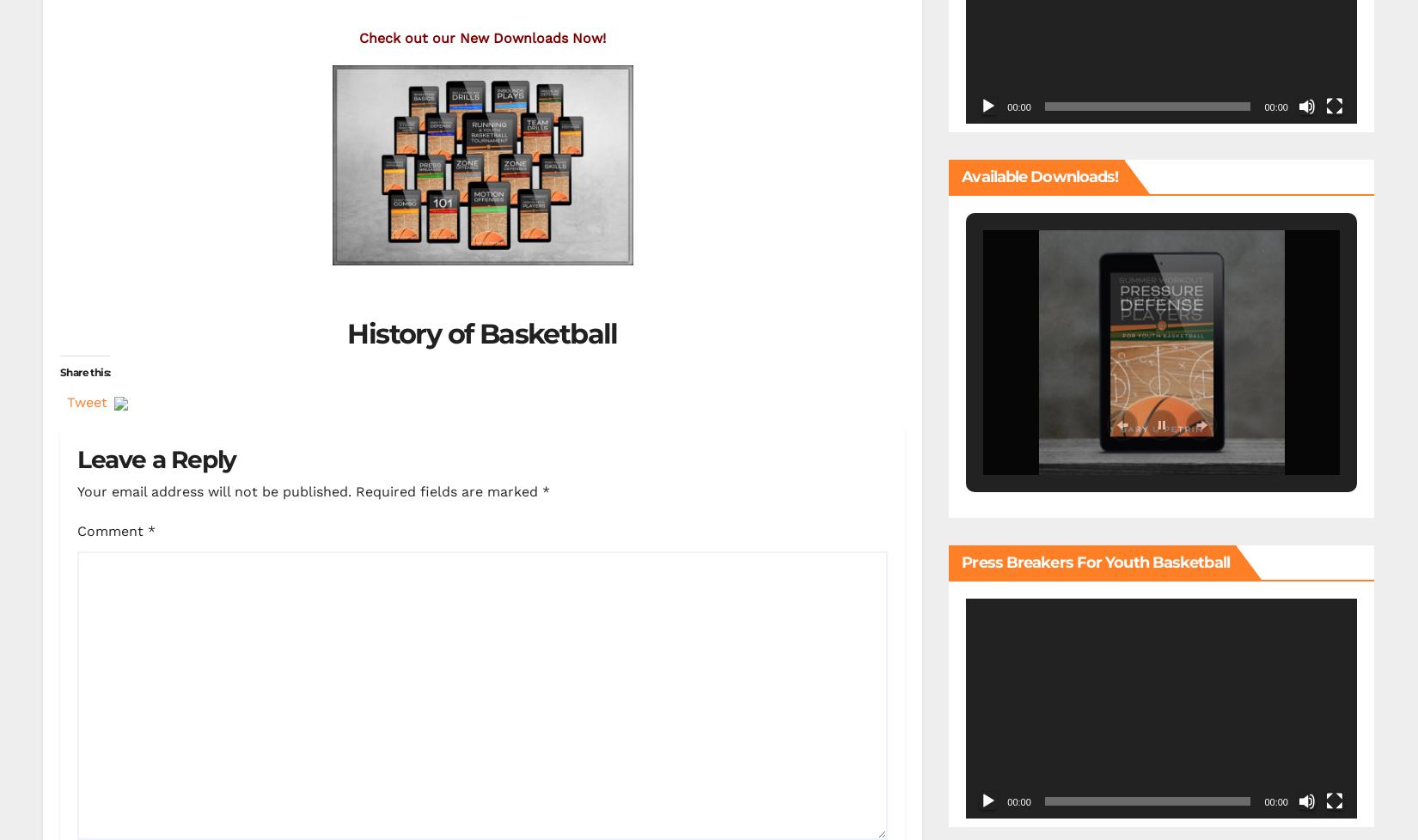 This screenshot has height=840, width=1418. What do you see at coordinates (1094, 562) in the screenshot?
I see `'Press Breakers for Youth Basketball'` at bounding box center [1094, 562].